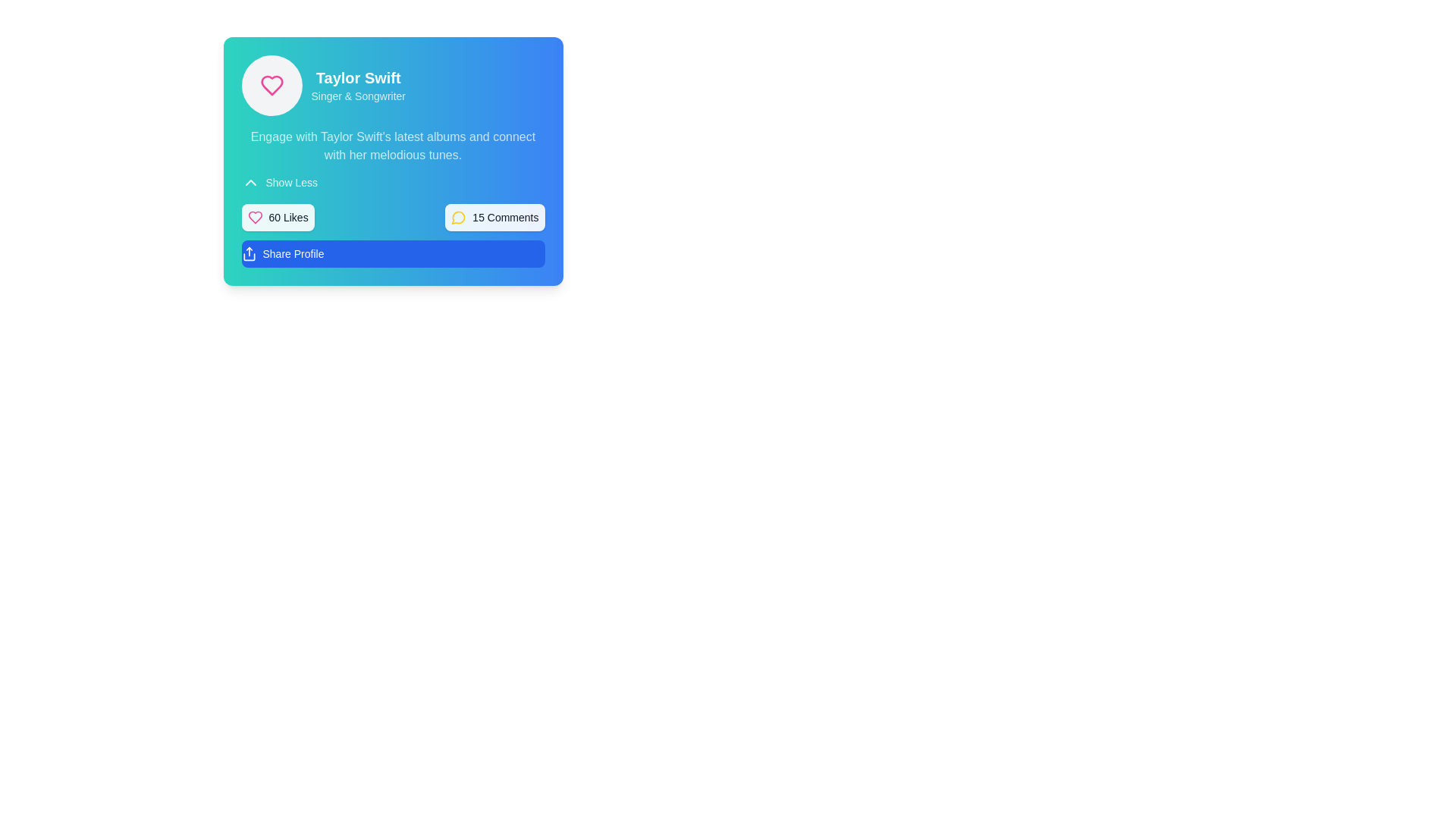 Image resolution: width=1456 pixels, height=819 pixels. Describe the element at coordinates (393, 85) in the screenshot. I see `the text 'Taylor Swift' and 'Singer & Songwriter' in the Text Label with Supporting Icon, which features a heart symbol icon on the left` at that location.